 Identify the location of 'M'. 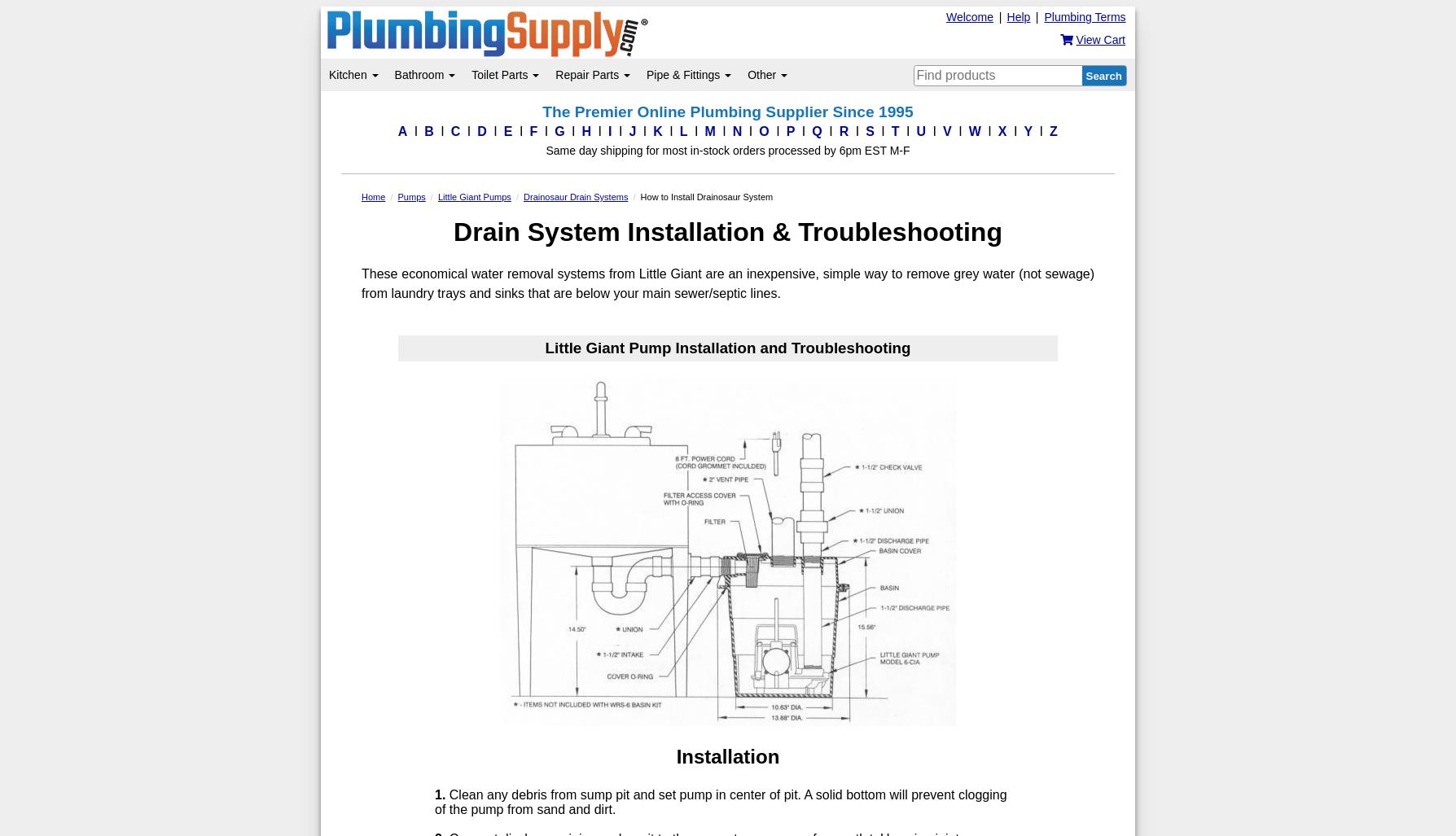
(708, 131).